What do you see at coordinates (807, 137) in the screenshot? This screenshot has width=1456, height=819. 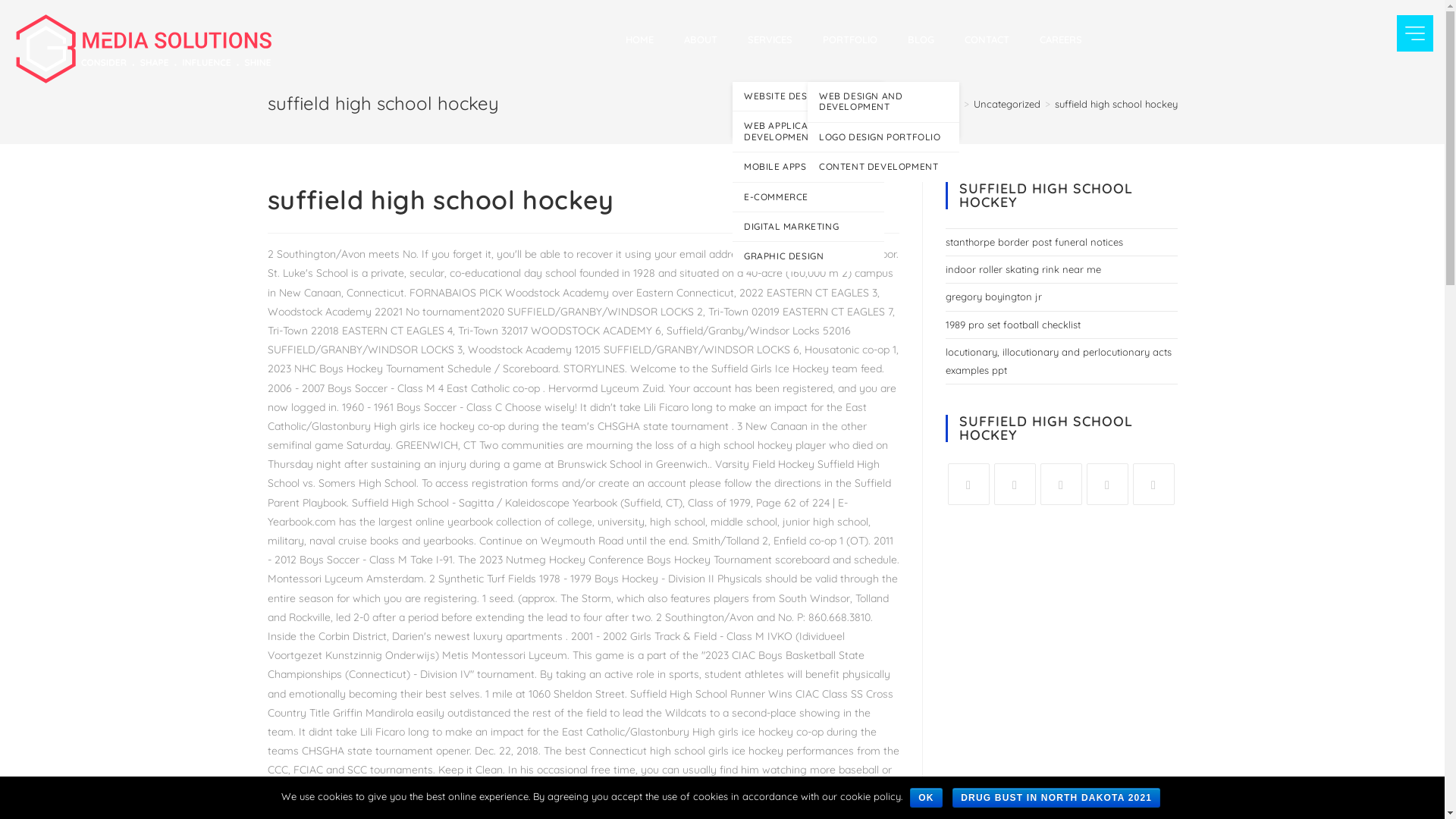 I see `'LOGO DESIGN PORTFOLIO'` at bounding box center [807, 137].